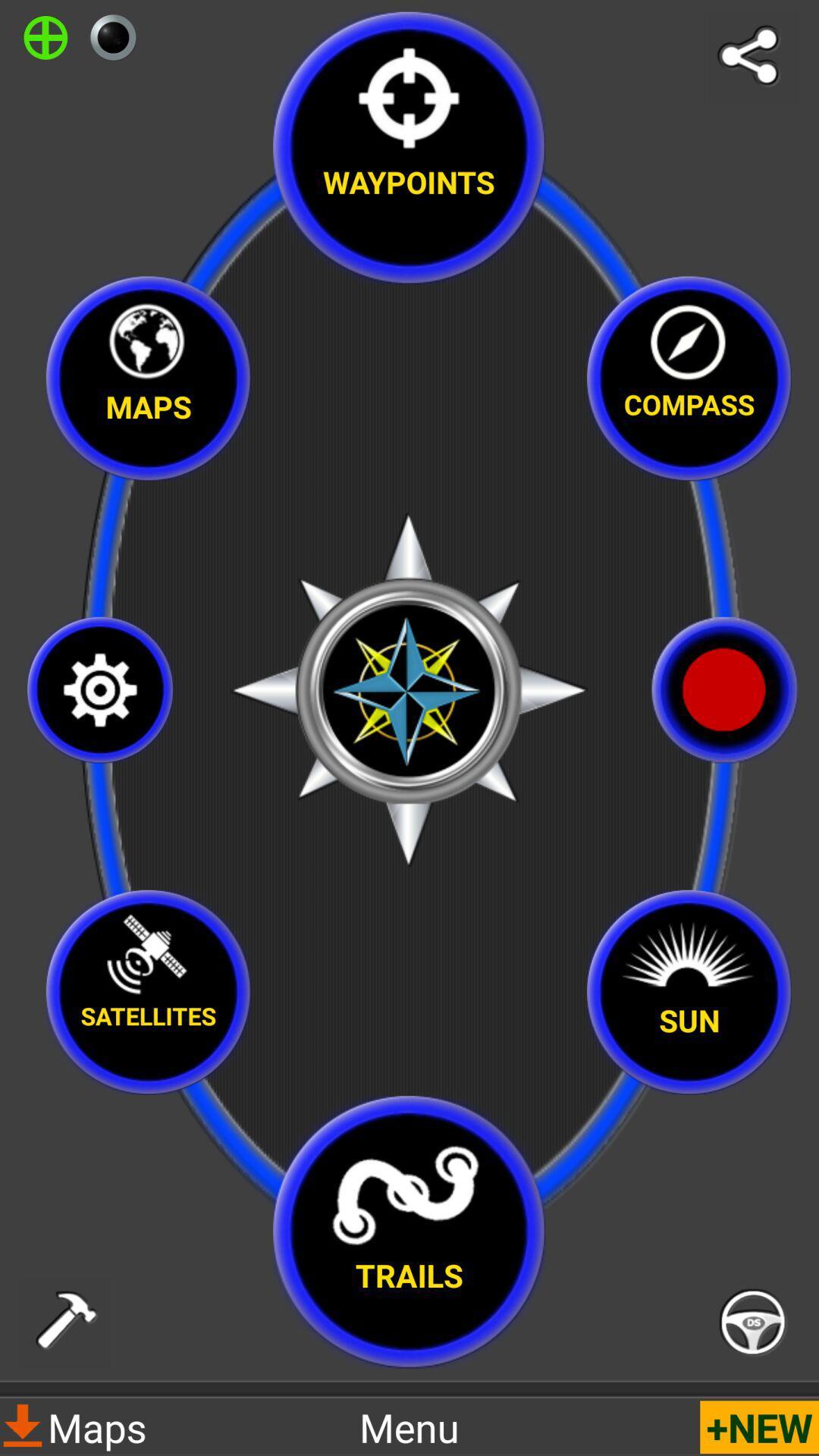  What do you see at coordinates (64, 1322) in the screenshot?
I see `the build icon` at bounding box center [64, 1322].